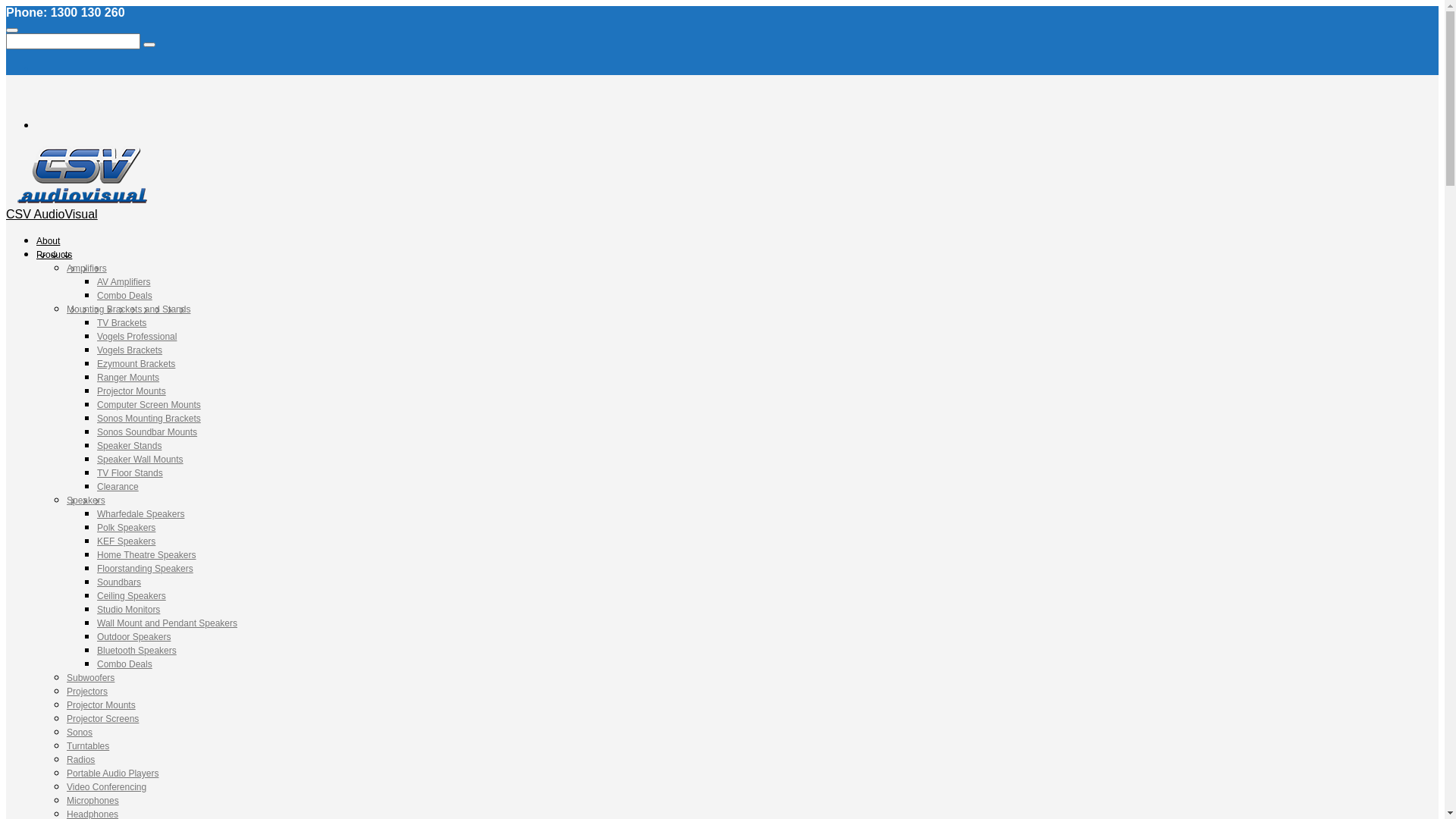  I want to click on 'Clearance', so click(117, 486).